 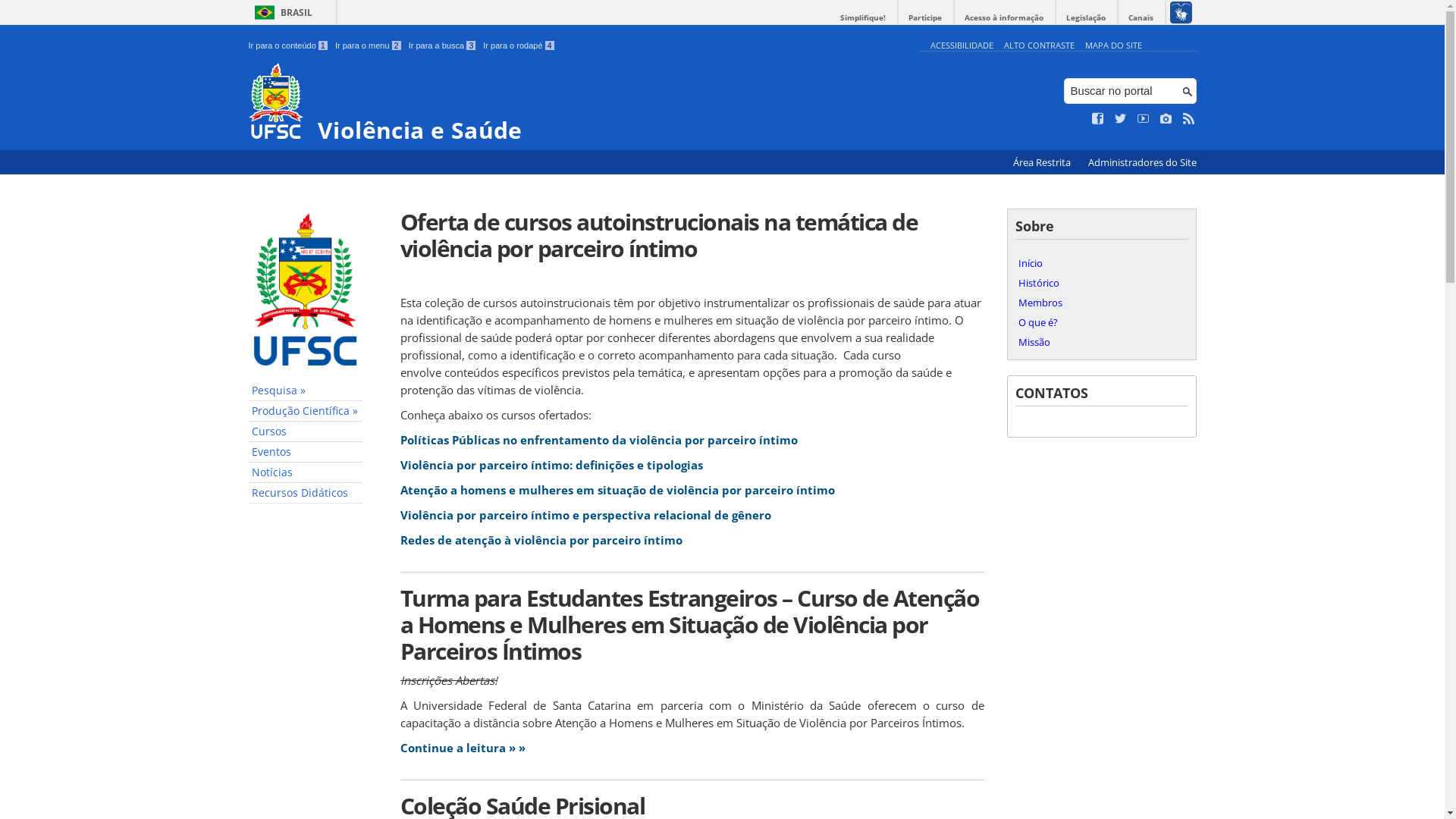 What do you see at coordinates (1101, 302) in the screenshot?
I see `'Membros'` at bounding box center [1101, 302].